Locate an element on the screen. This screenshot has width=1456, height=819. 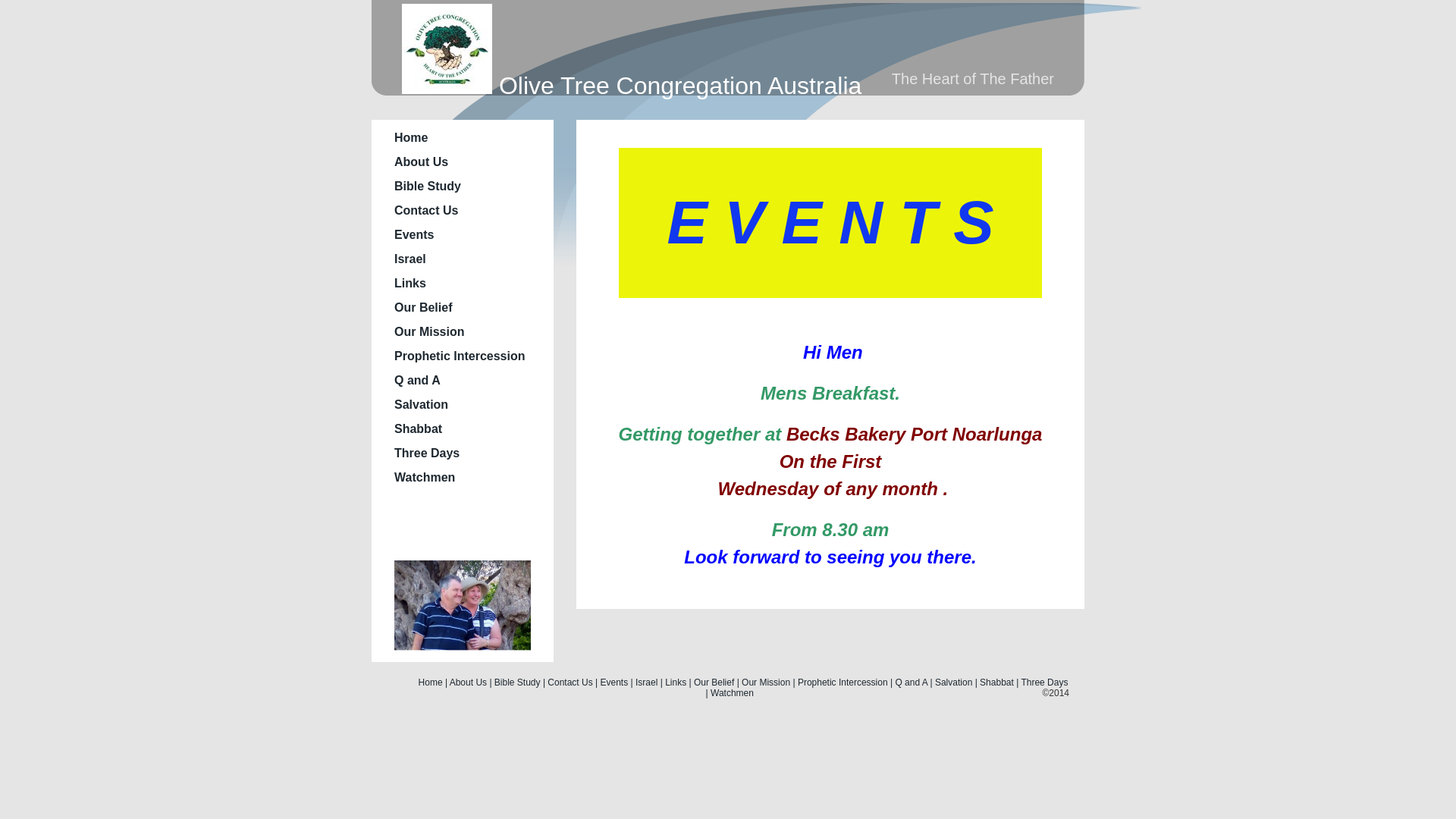
' Olive Tree Congregation Australia' is located at coordinates (632, 85).